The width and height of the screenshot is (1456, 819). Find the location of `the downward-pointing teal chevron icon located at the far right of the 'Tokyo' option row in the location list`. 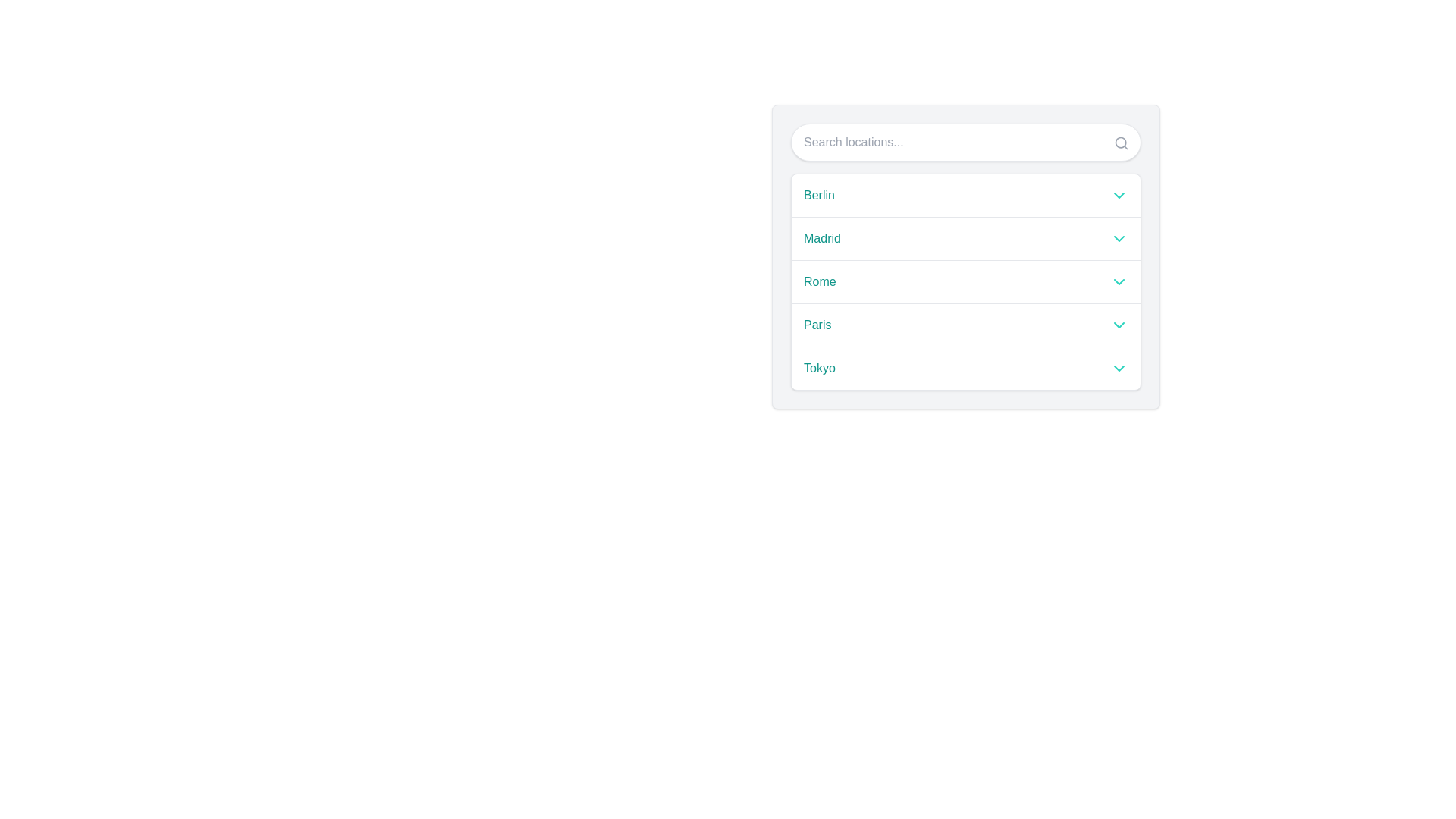

the downward-pointing teal chevron icon located at the far right of the 'Tokyo' option row in the location list is located at coordinates (1119, 369).